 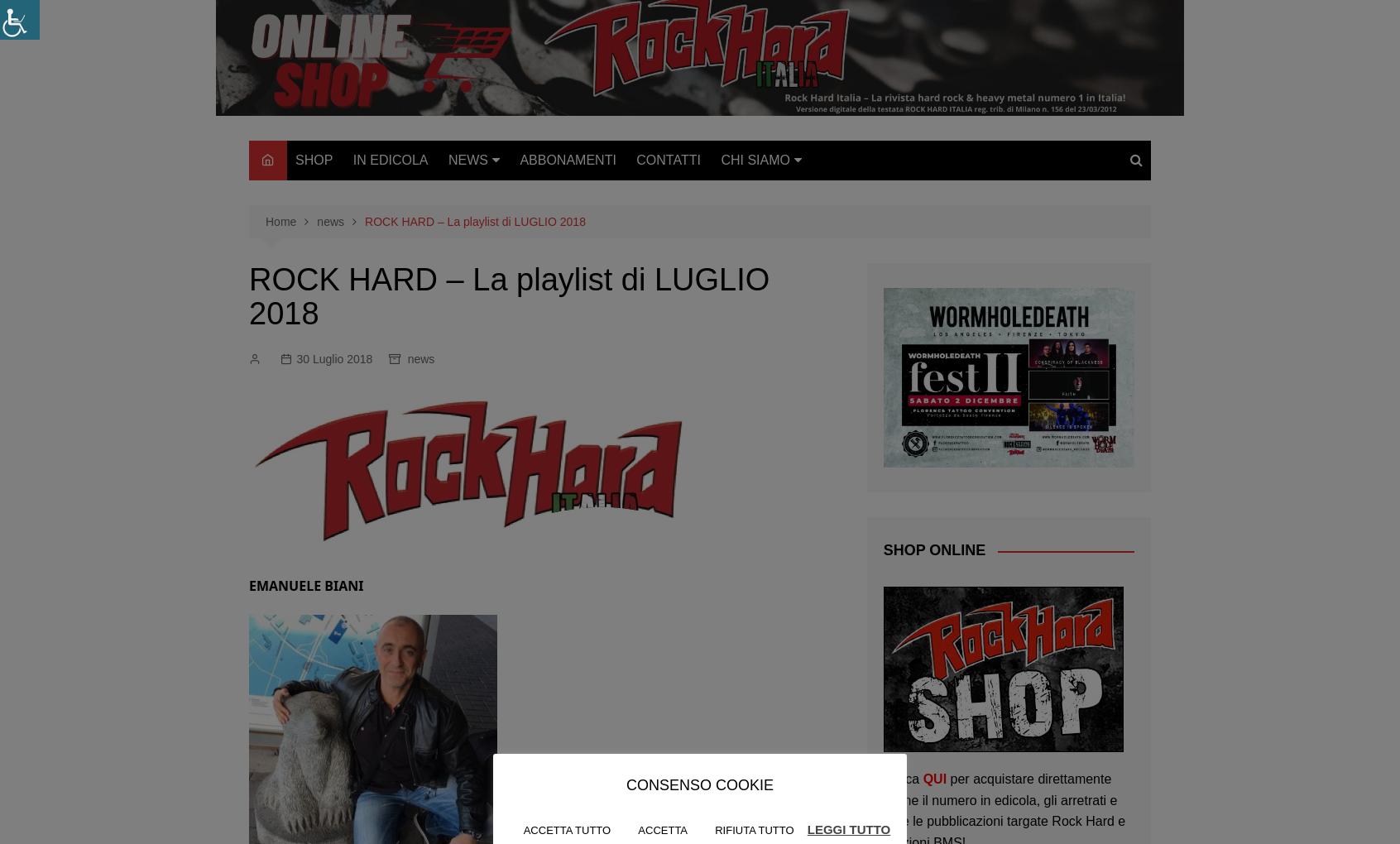 I want to click on 'NEWS', so click(x=467, y=159).